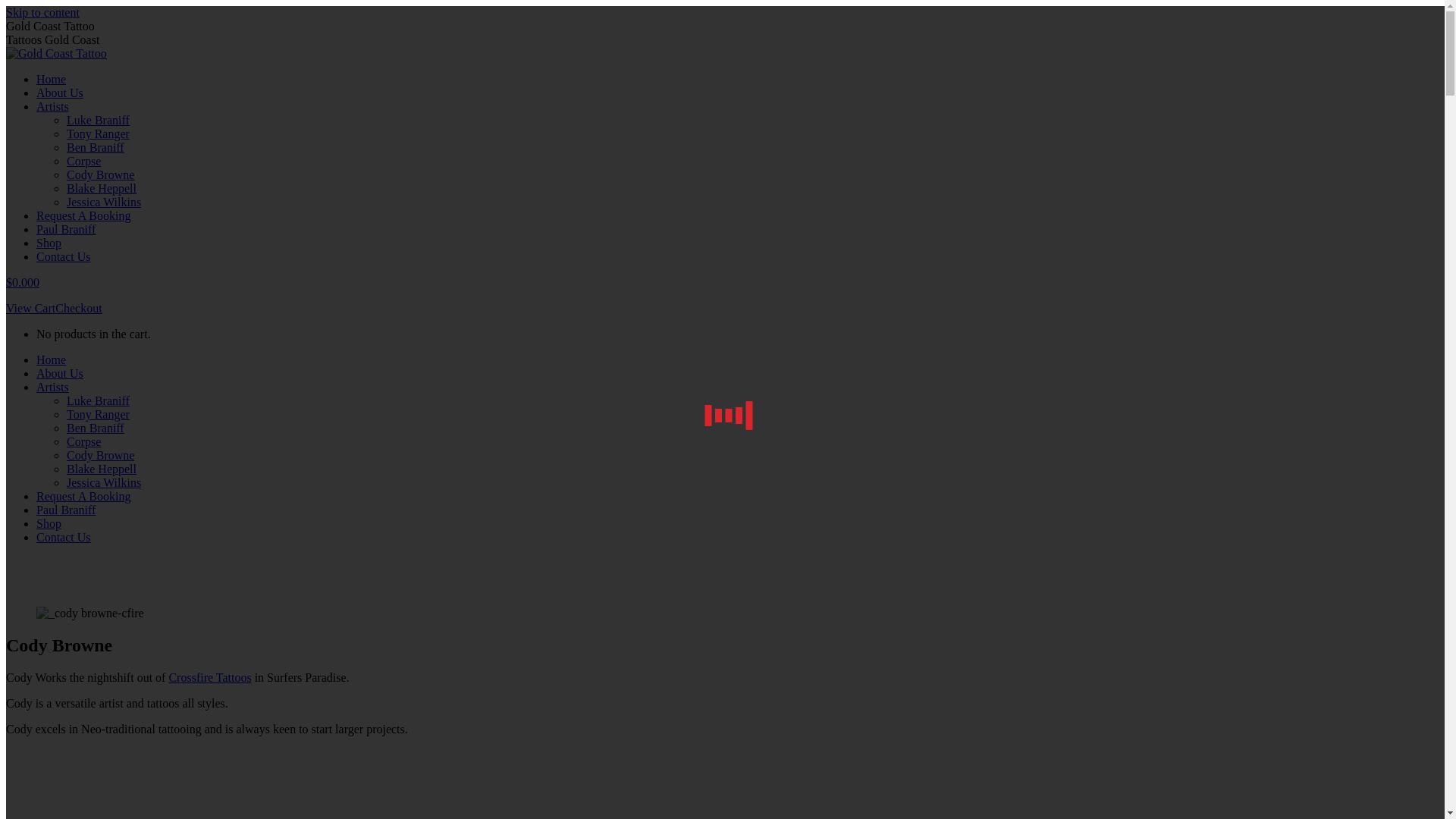  Describe the element at coordinates (62, 536) in the screenshot. I see `'Contact Us'` at that location.